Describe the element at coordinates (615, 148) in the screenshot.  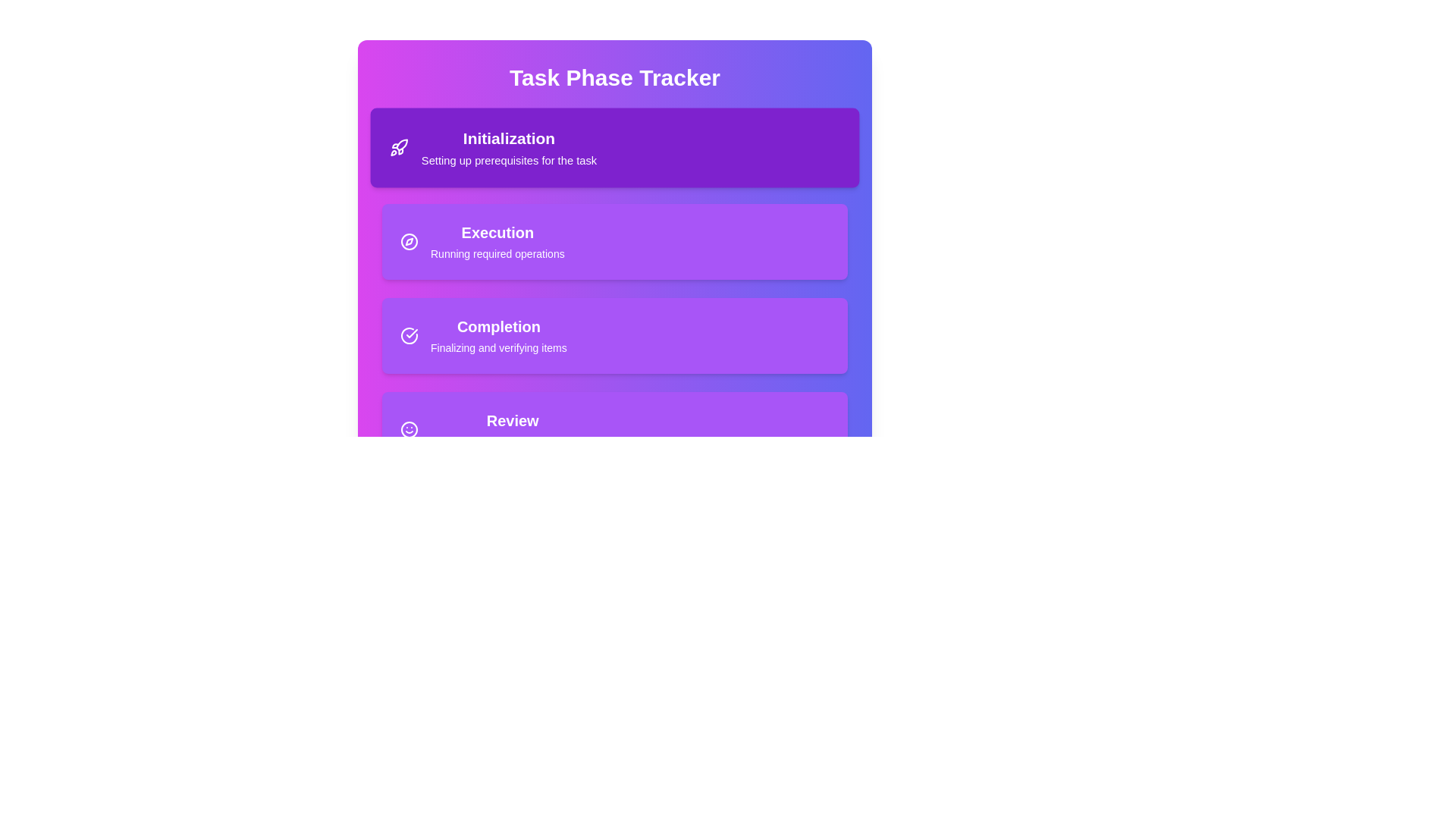
I see `the 'Initialization' phase card in the Task Phase Tracker UI, which is the first card in a column layout of four cards` at that location.